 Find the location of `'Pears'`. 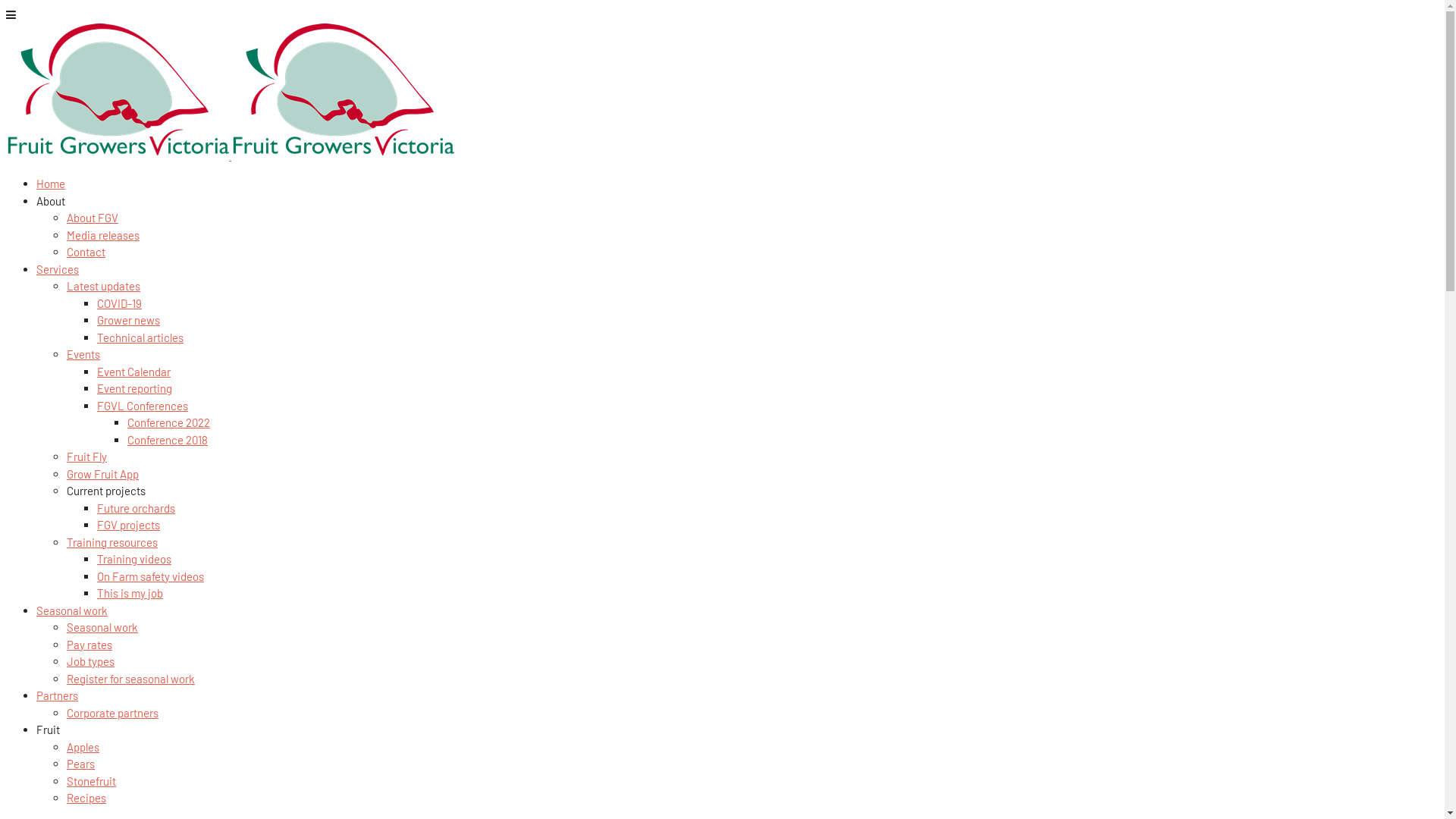

'Pears' is located at coordinates (80, 763).